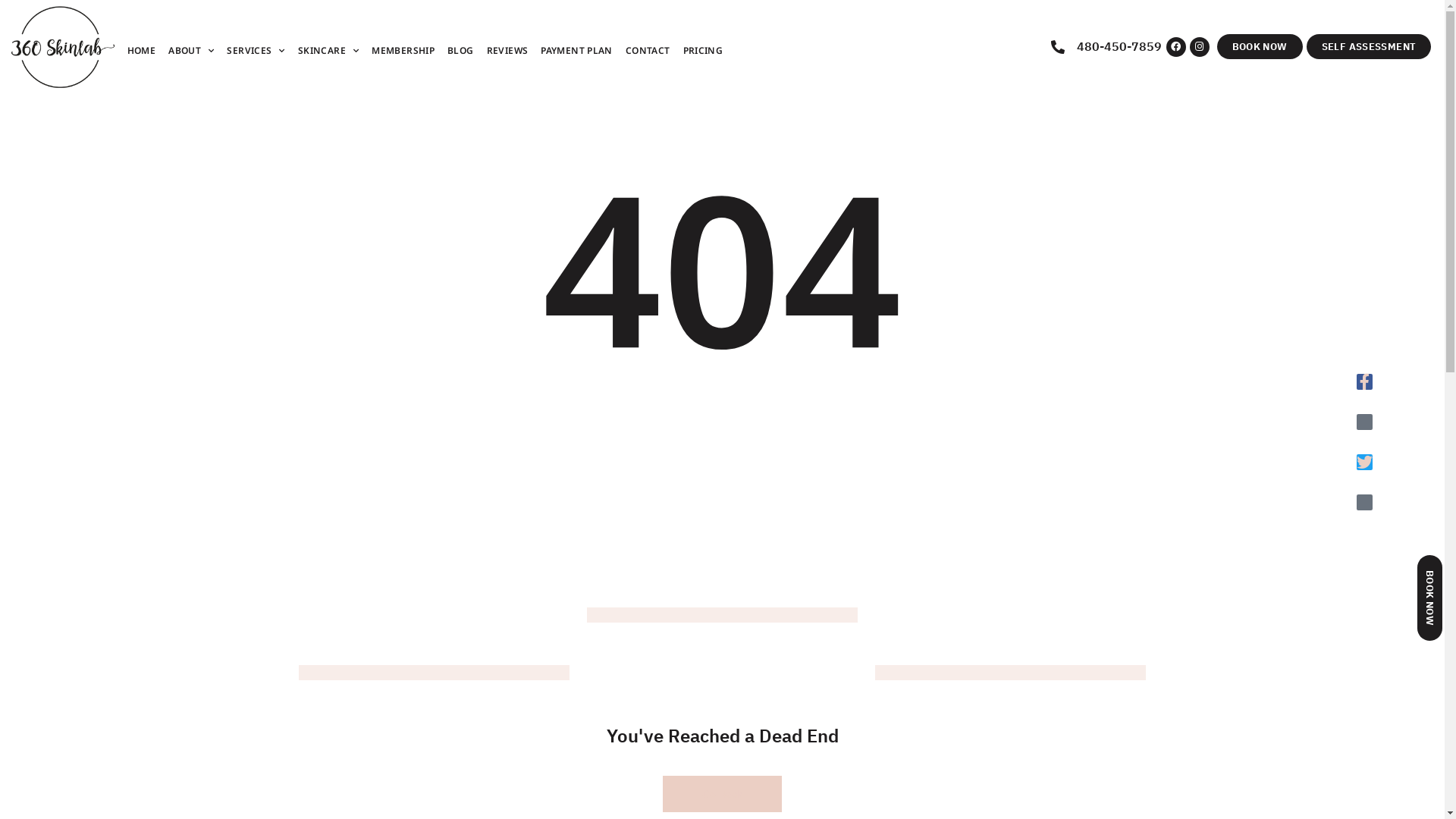 This screenshot has width=1456, height=819. I want to click on 'PRICING', so click(702, 49).